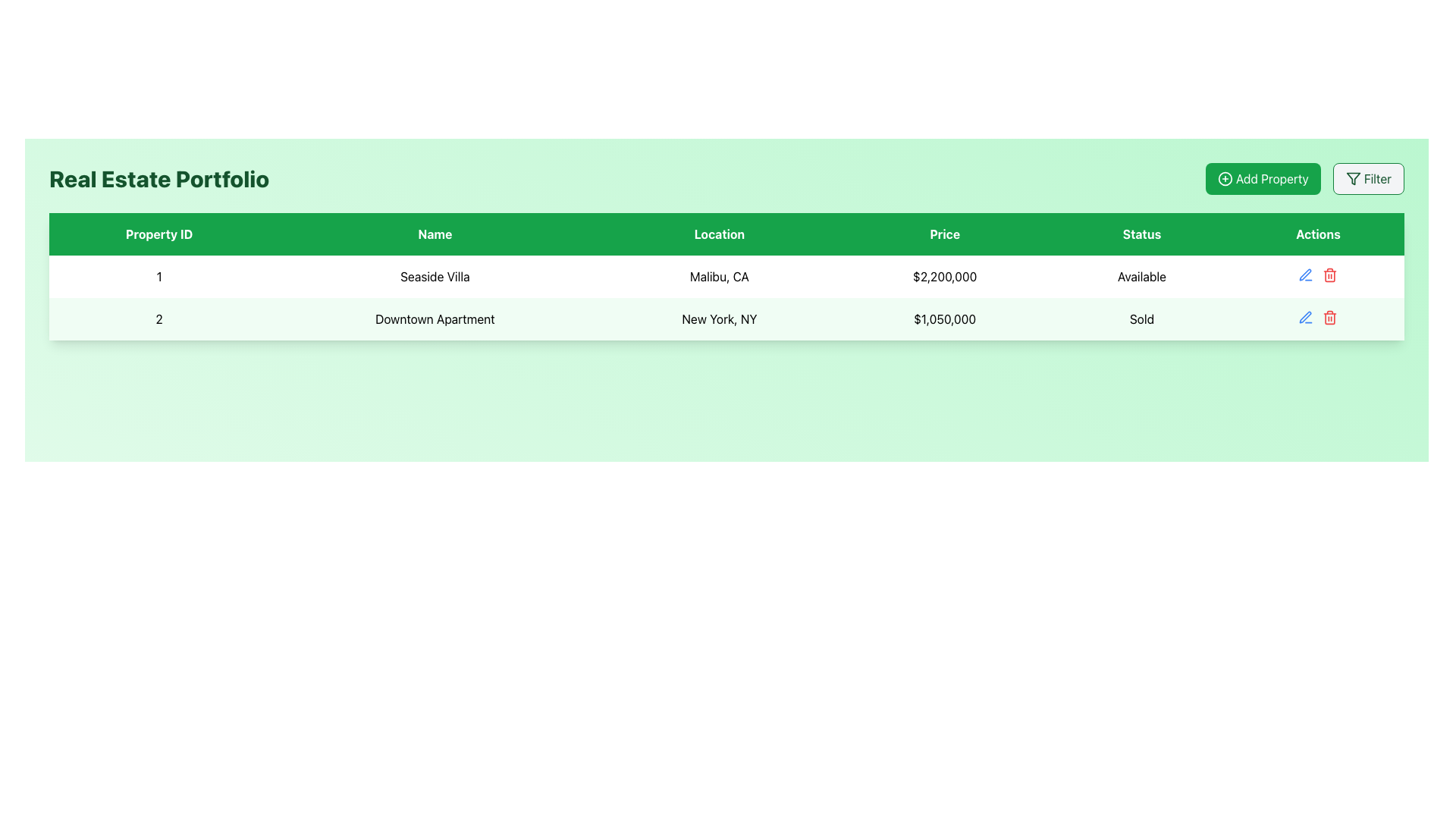 The height and width of the screenshot is (819, 1456). Describe the element at coordinates (719, 318) in the screenshot. I see `the Text Label displaying 'New York, NY' in the third column of the second row of the 'Real Estate Portfolio' table` at that location.